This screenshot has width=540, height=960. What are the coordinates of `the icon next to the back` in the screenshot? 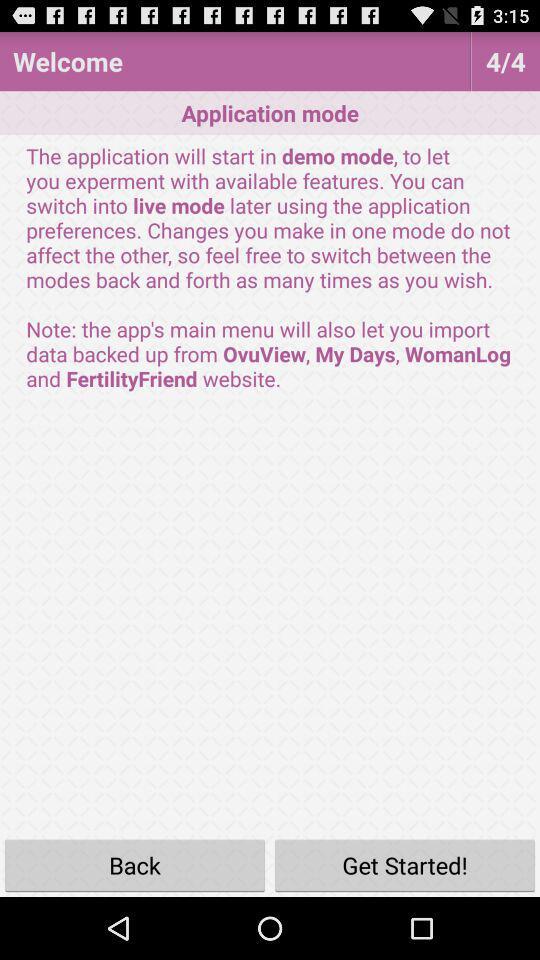 It's located at (405, 864).